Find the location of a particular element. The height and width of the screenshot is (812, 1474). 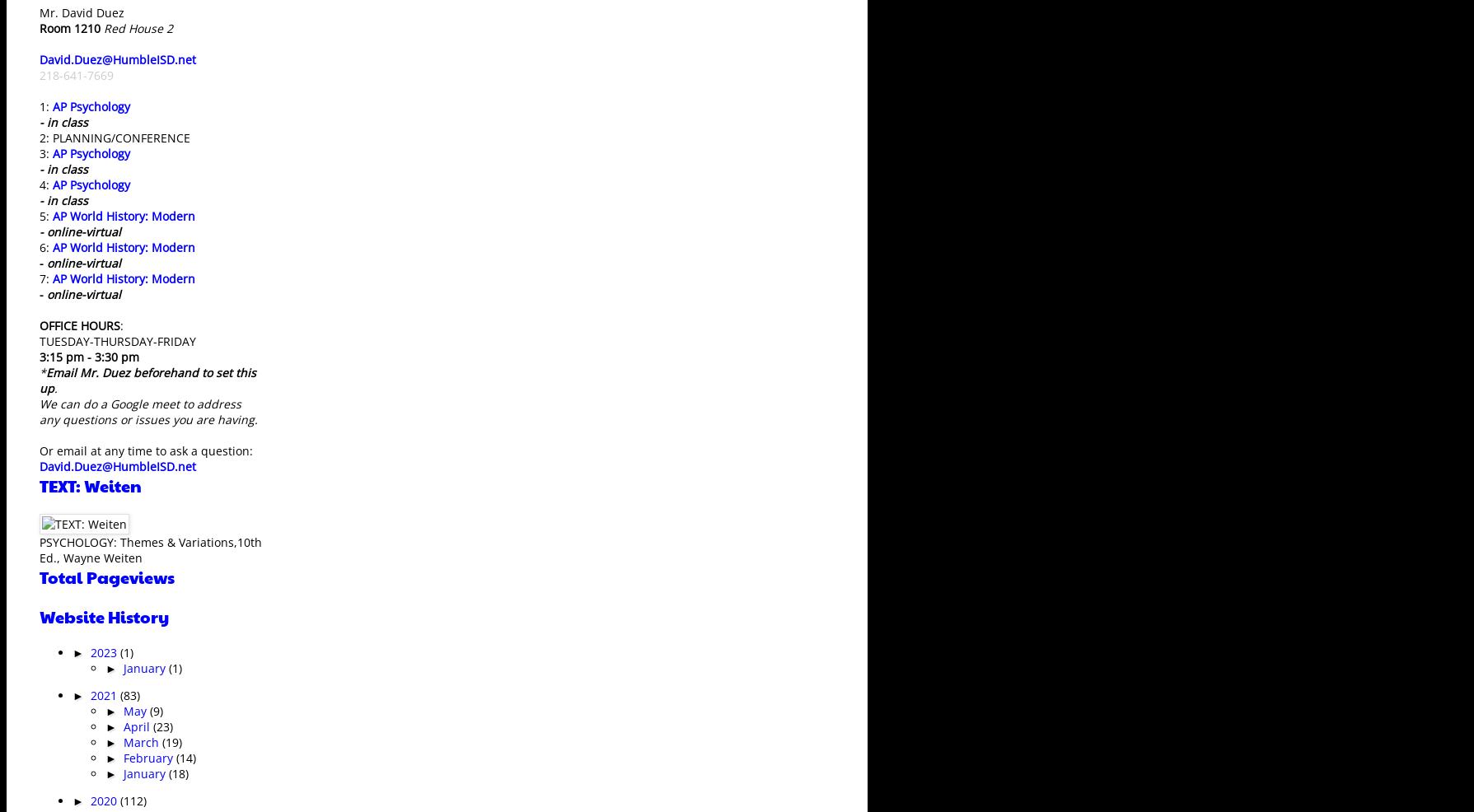

'1:' is located at coordinates (45, 105).